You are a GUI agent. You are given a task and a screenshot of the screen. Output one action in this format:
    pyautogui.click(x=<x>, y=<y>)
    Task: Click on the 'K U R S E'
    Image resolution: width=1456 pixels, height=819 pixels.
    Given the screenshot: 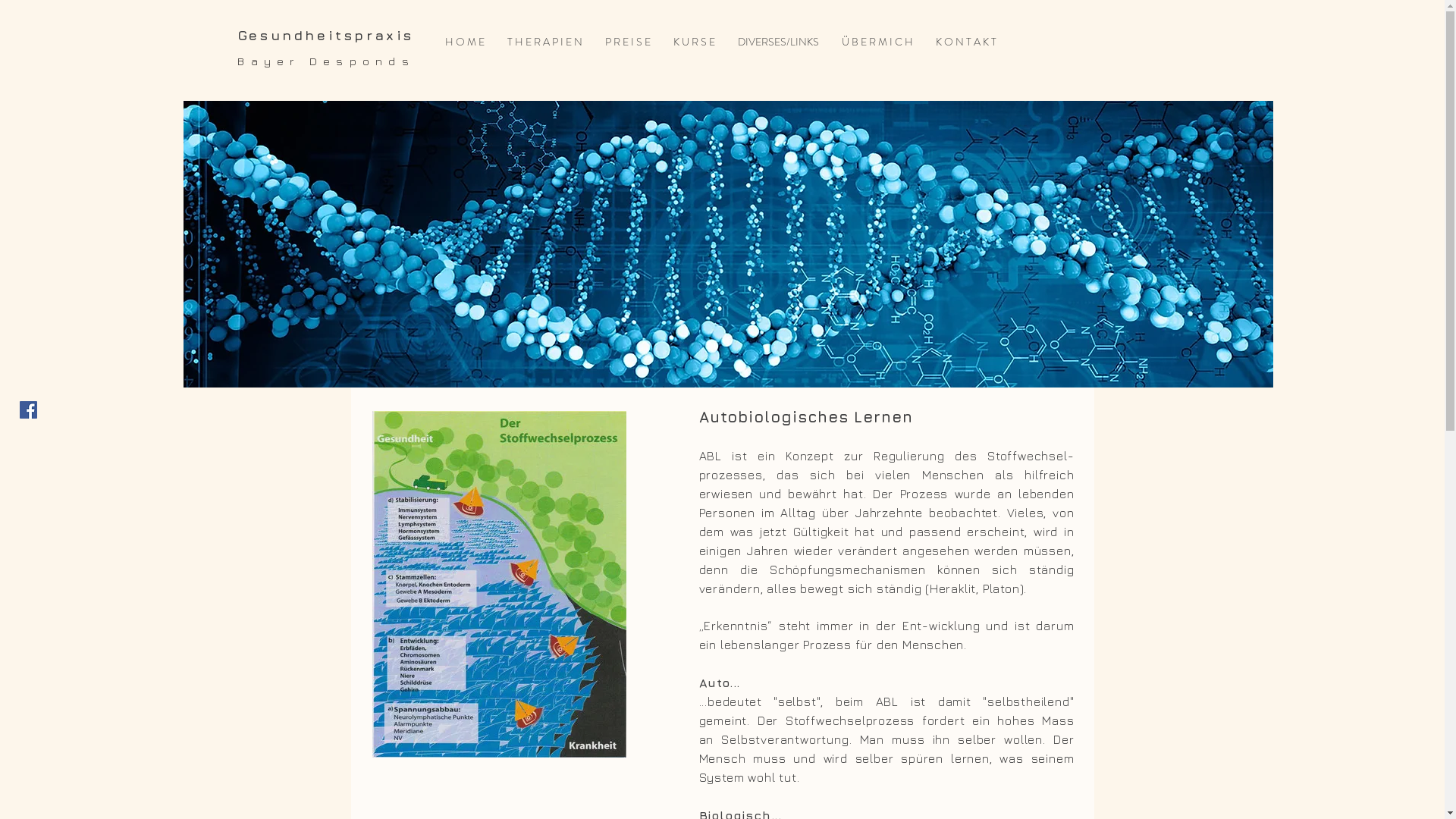 What is the action you would take?
    pyautogui.click(x=693, y=41)
    